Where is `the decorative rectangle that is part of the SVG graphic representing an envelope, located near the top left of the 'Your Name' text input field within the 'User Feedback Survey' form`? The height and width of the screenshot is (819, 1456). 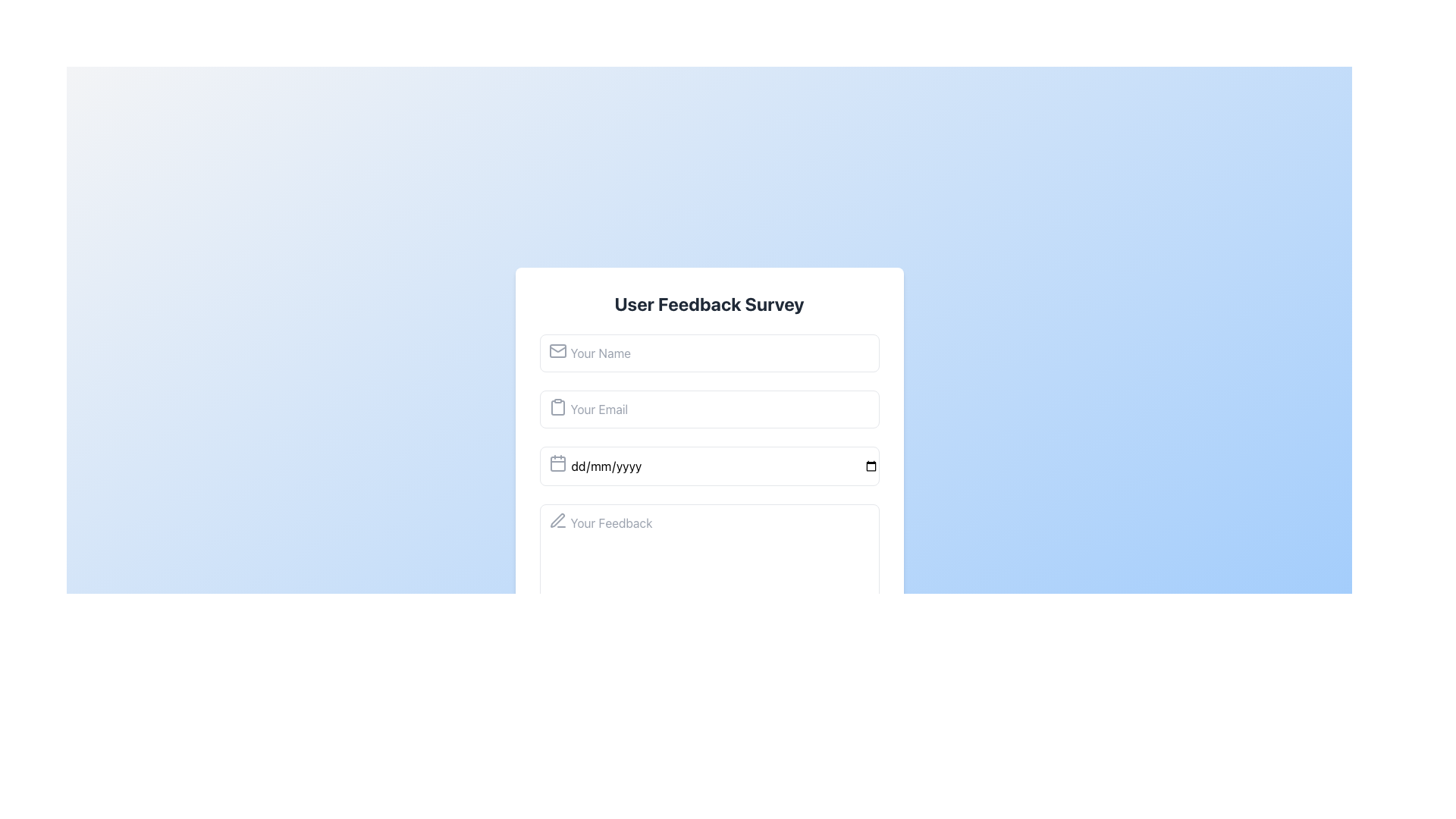
the decorative rectangle that is part of the SVG graphic representing an envelope, located near the top left of the 'Your Name' text input field within the 'User Feedback Survey' form is located at coordinates (557, 350).